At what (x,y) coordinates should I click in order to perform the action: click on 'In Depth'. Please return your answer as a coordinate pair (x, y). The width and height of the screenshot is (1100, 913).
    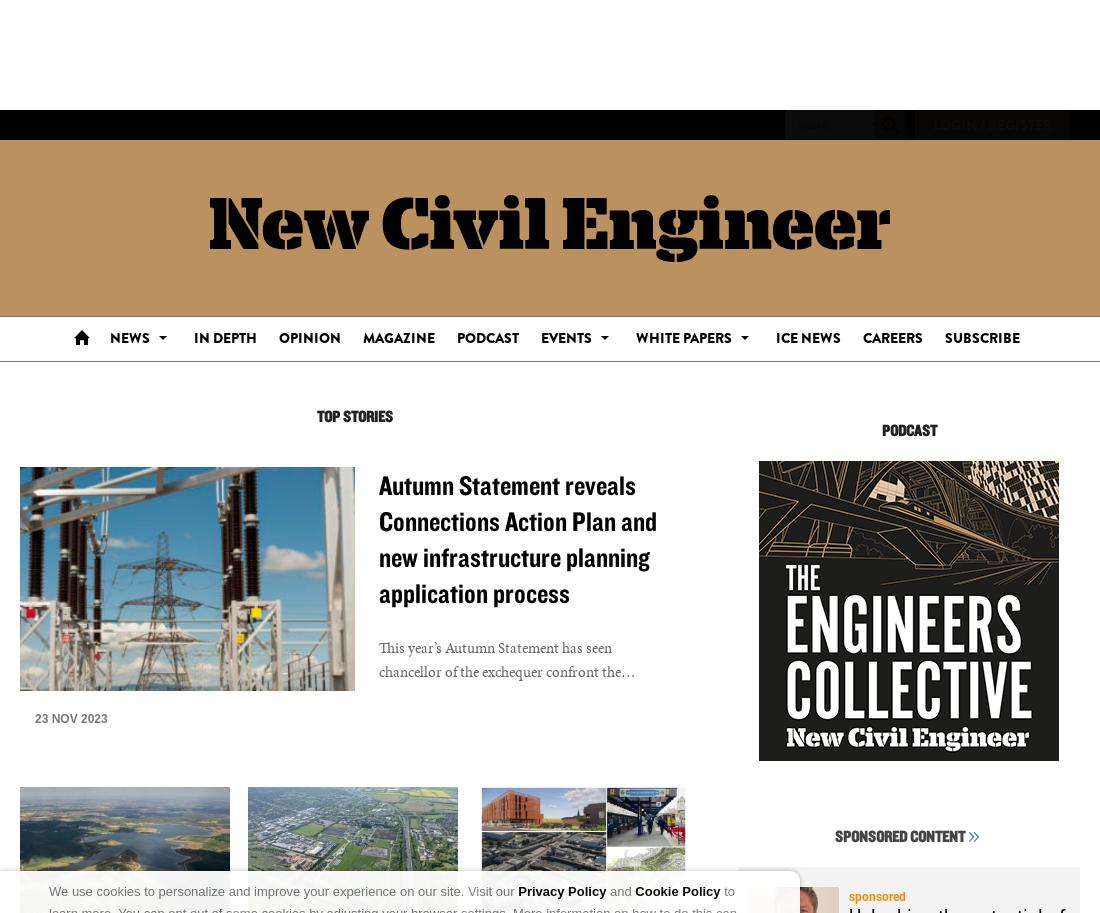
    Looking at the image, I should click on (225, 337).